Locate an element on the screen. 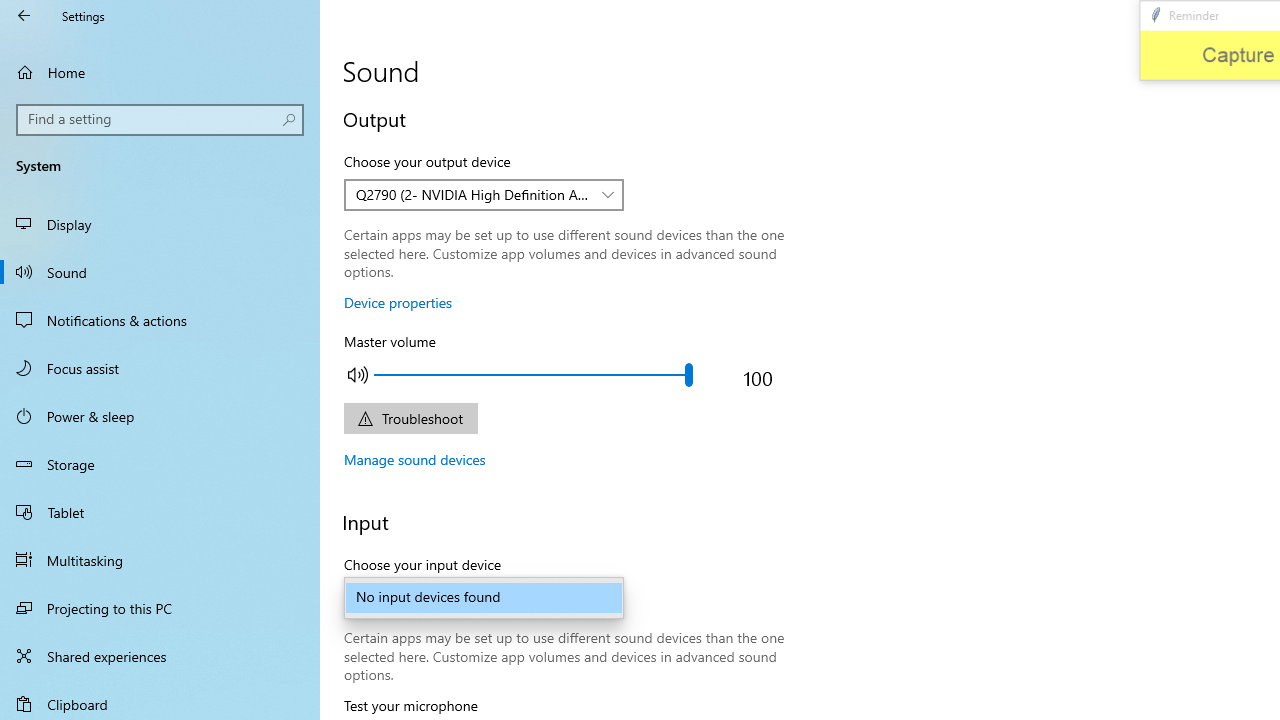 The width and height of the screenshot is (1280, 720). 'Storage' is located at coordinates (160, 464).